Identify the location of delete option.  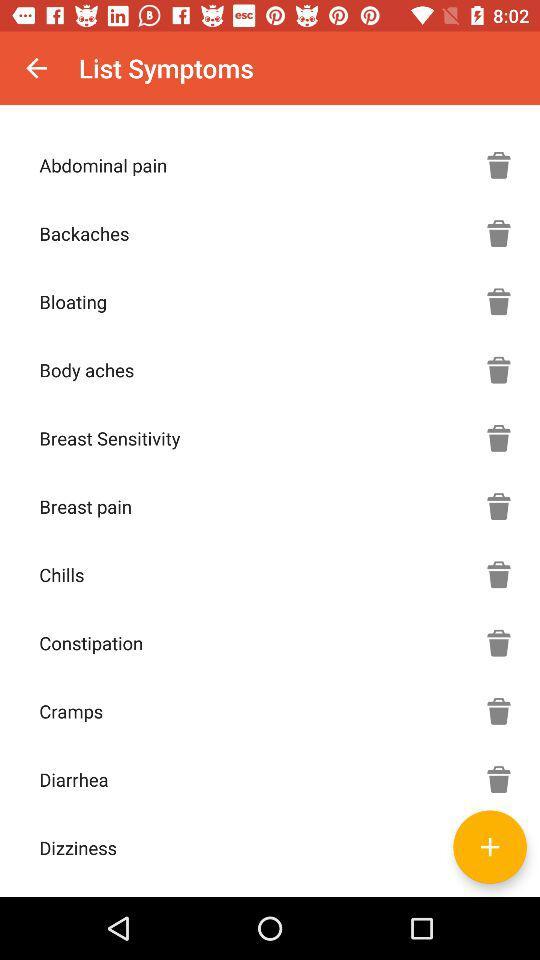
(498, 164).